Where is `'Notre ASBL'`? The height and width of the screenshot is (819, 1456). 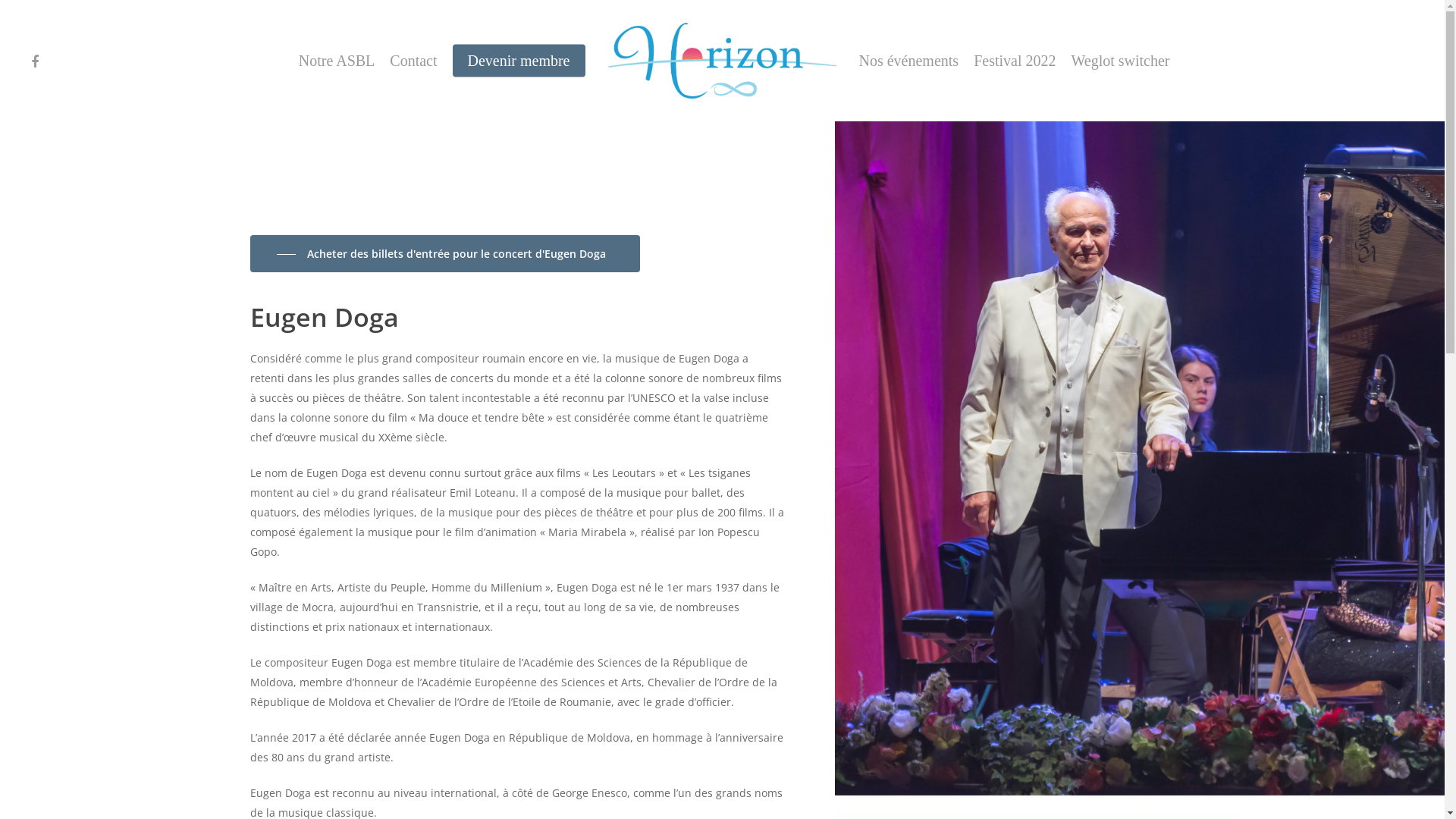
'Notre ASBL' is located at coordinates (336, 60).